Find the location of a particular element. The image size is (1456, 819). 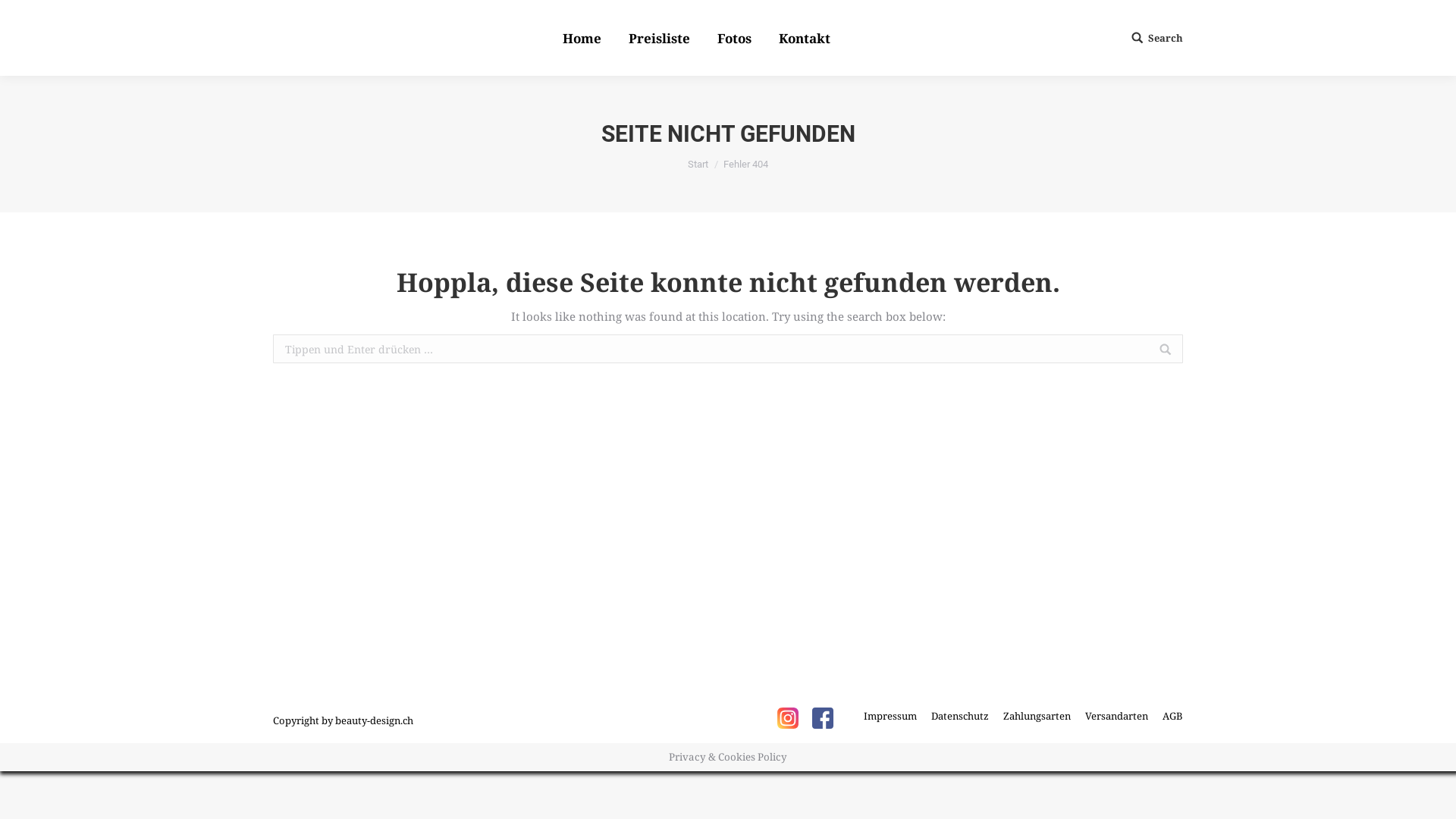

'Zahlungsarten' is located at coordinates (1036, 716).